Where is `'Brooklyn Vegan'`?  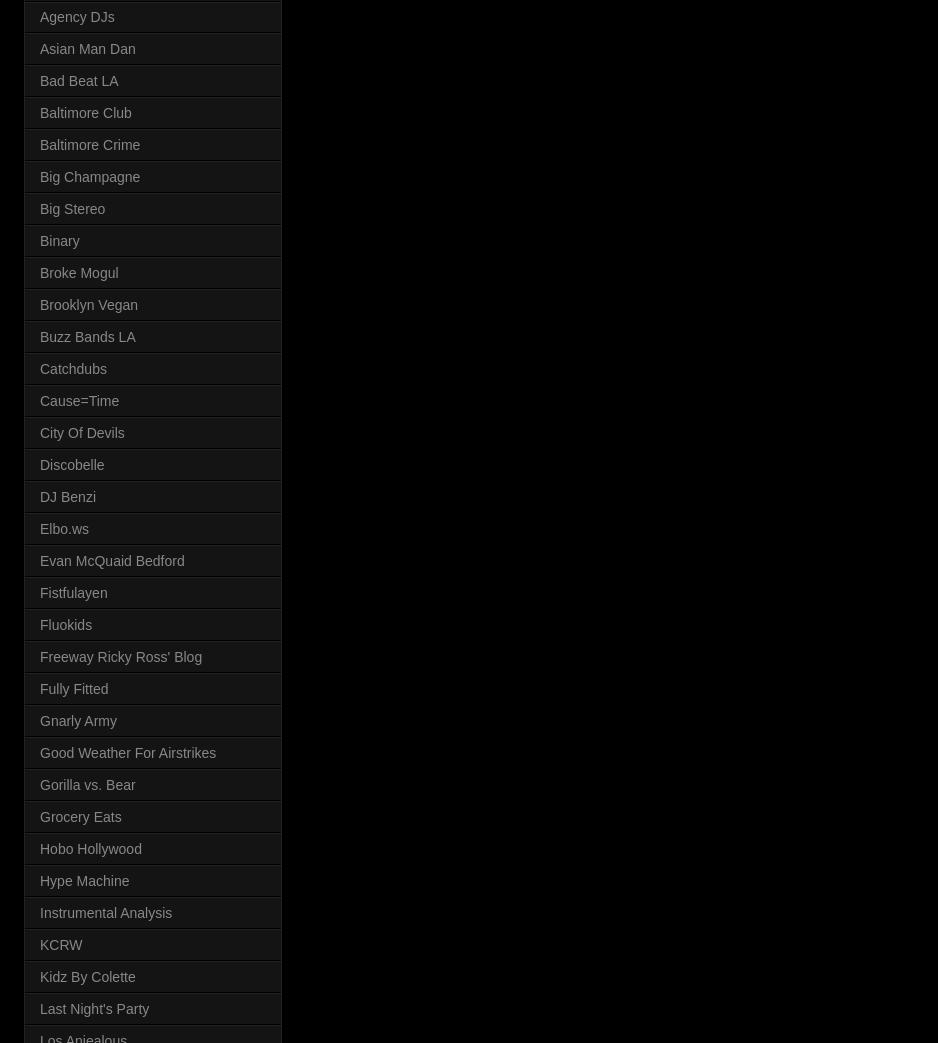 'Brooklyn Vegan' is located at coordinates (89, 303).